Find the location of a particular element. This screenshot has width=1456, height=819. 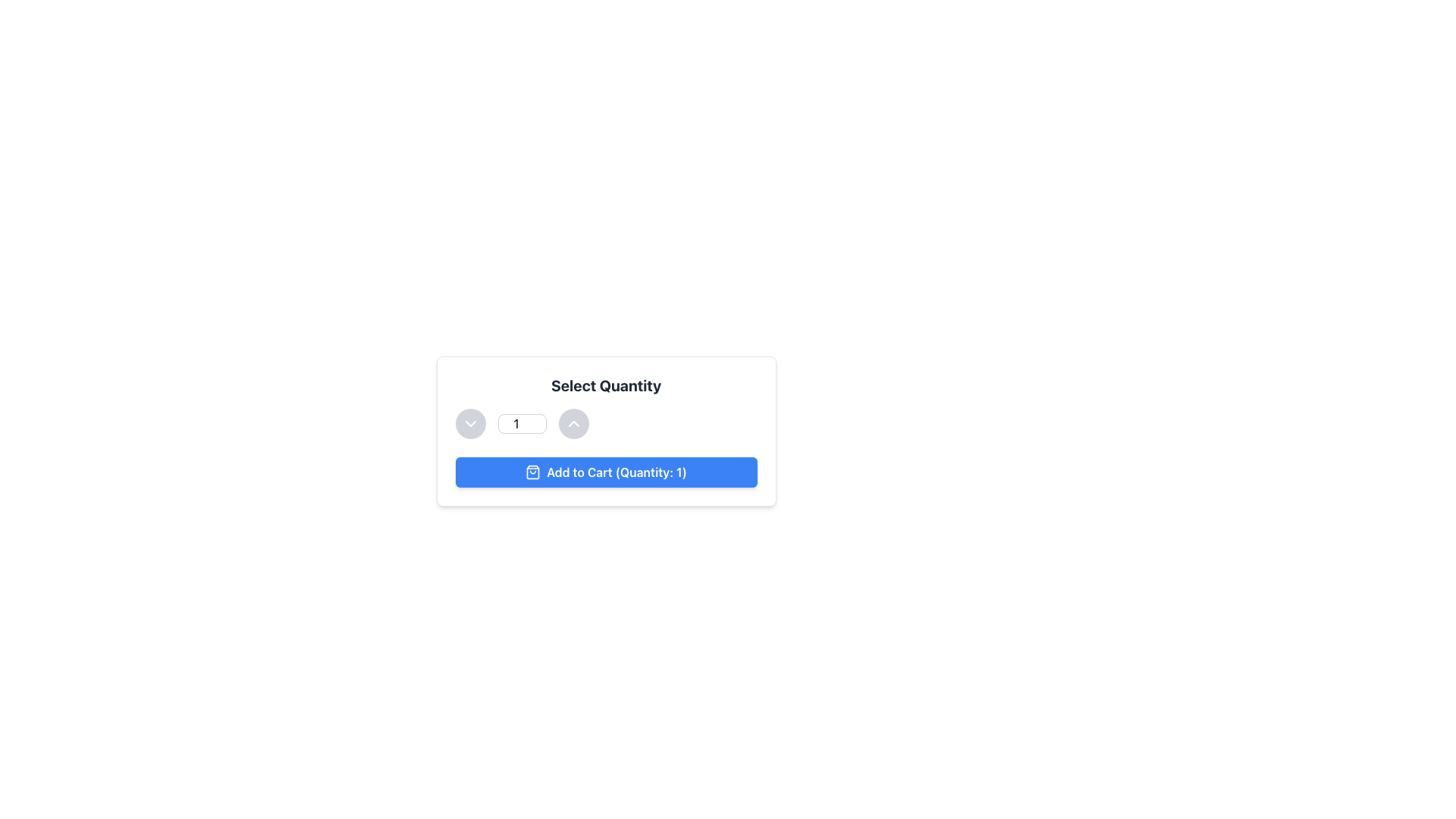

the first button to the left of the numerical input field to decrease the numerical value is located at coordinates (469, 424).